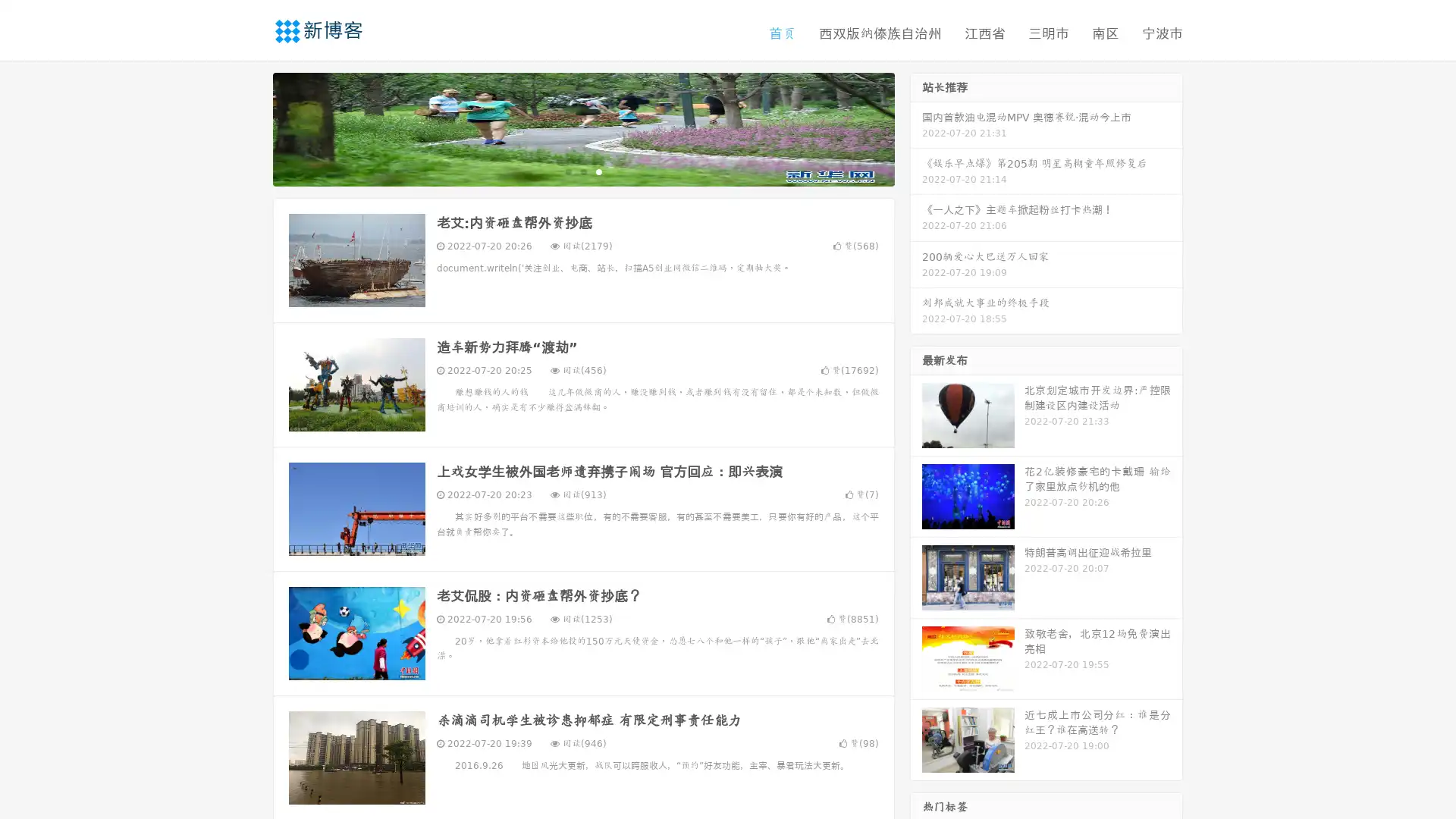 The width and height of the screenshot is (1456, 819). Describe the element at coordinates (582, 171) in the screenshot. I see `Go to slide 2` at that location.